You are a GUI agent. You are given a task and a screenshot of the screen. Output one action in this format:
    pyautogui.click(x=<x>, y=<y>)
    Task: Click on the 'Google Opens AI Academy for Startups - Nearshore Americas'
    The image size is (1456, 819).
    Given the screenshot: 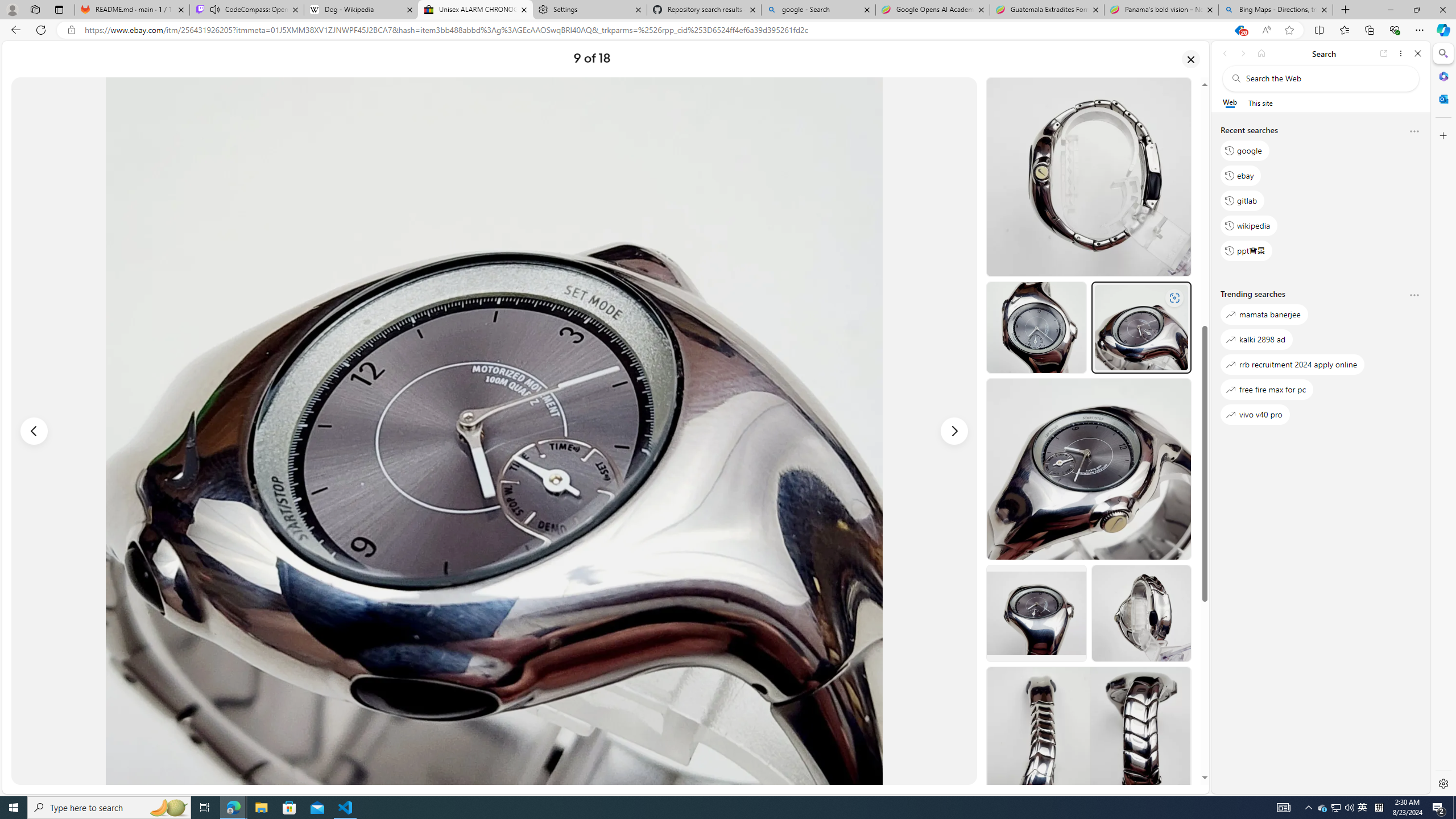 What is the action you would take?
    pyautogui.click(x=932, y=9)
    